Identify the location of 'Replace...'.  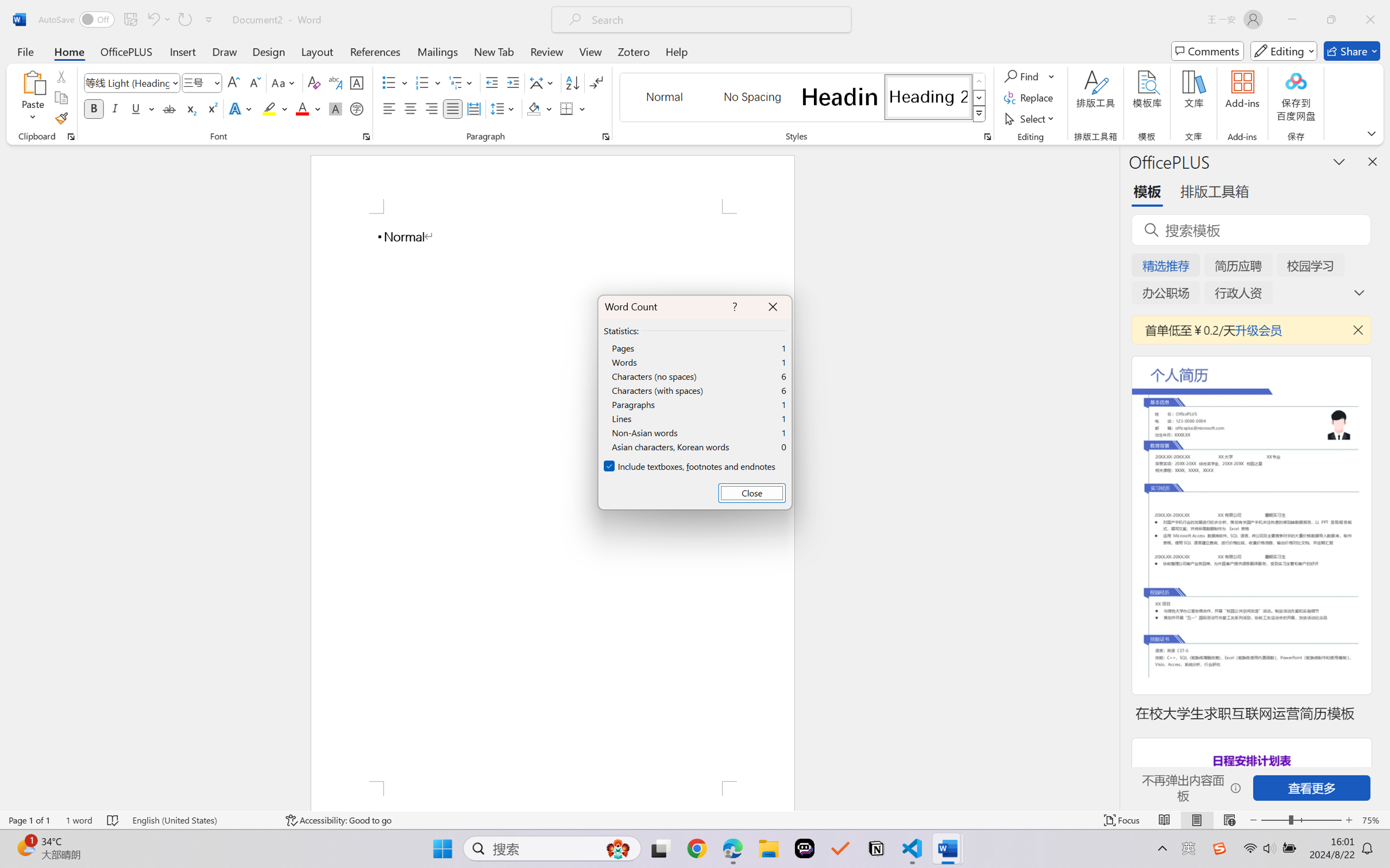
(1029, 98).